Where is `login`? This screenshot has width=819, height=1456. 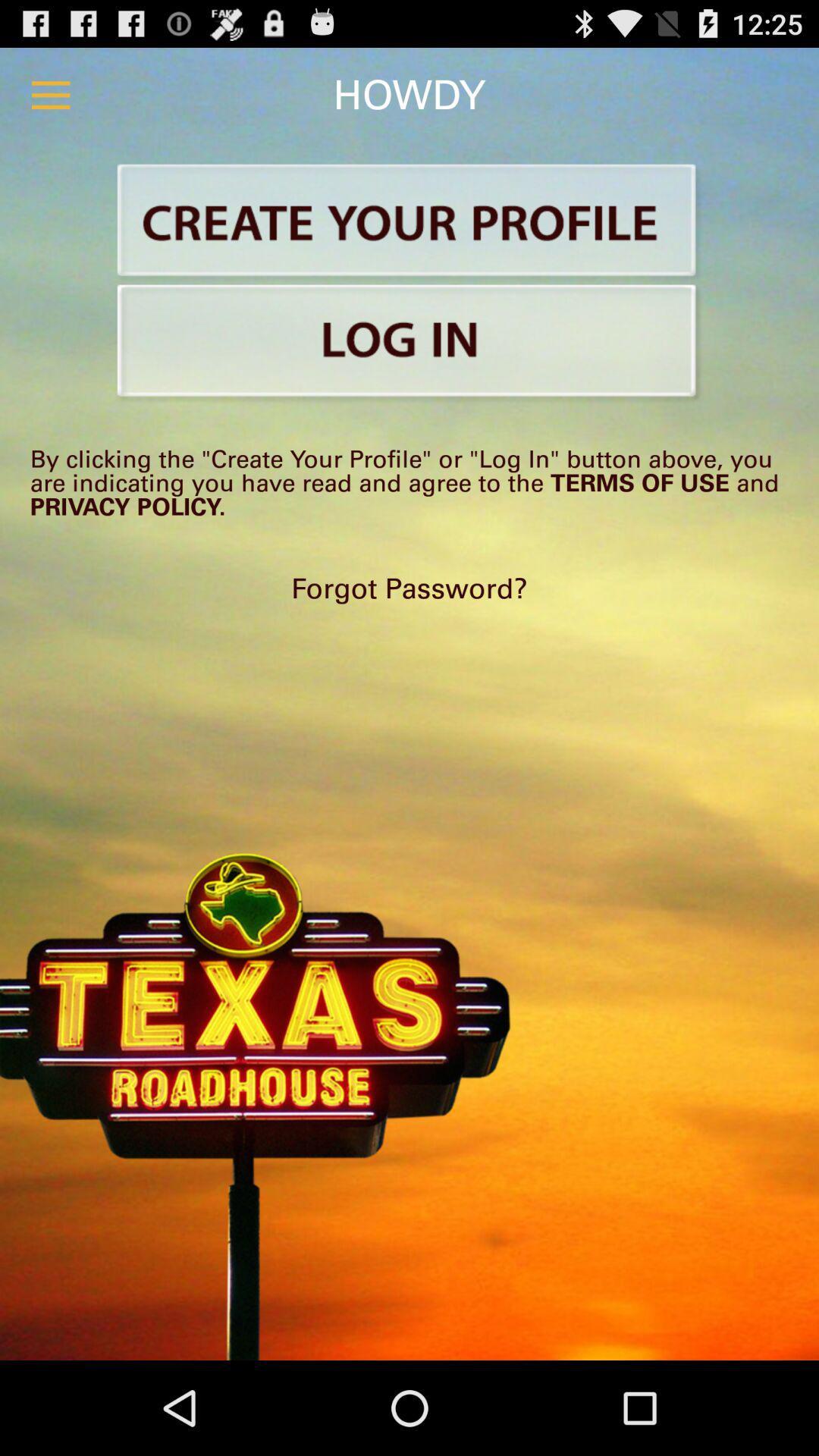 login is located at coordinates (409, 343).